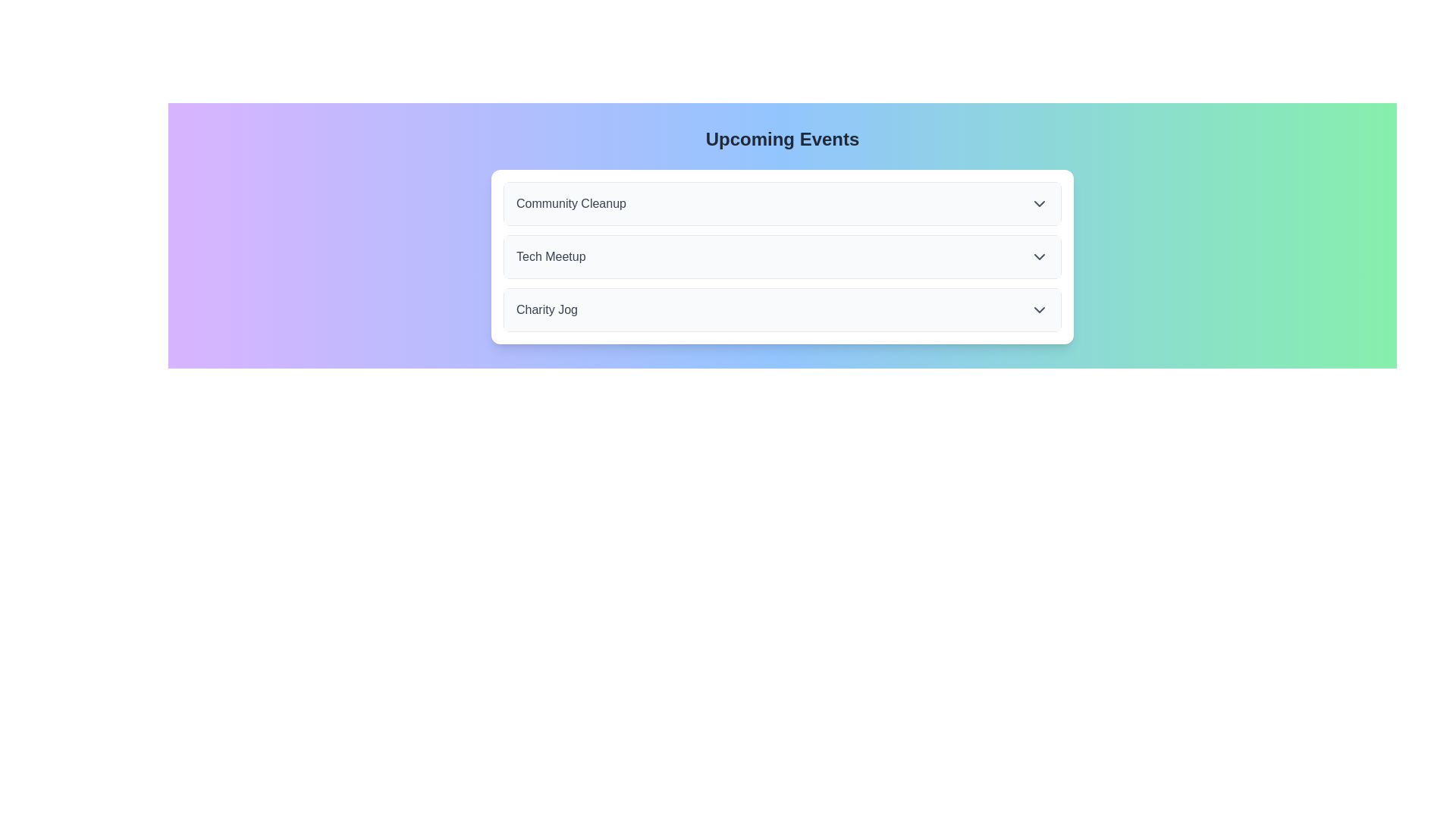 This screenshot has width=1456, height=819. What do you see at coordinates (783, 256) in the screenshot?
I see `the 'Tech Meetup' button in the second position of the vertically stacked list of upcoming events` at bounding box center [783, 256].